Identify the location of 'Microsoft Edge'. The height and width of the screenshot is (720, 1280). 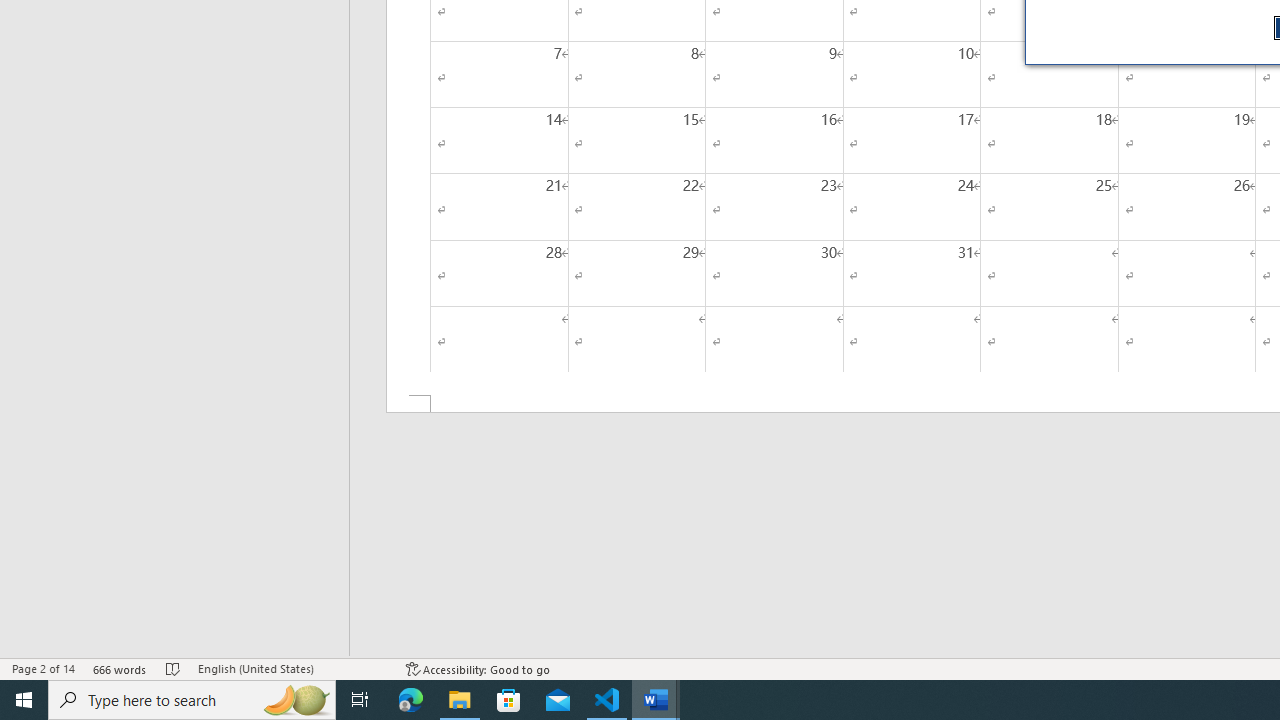
(410, 698).